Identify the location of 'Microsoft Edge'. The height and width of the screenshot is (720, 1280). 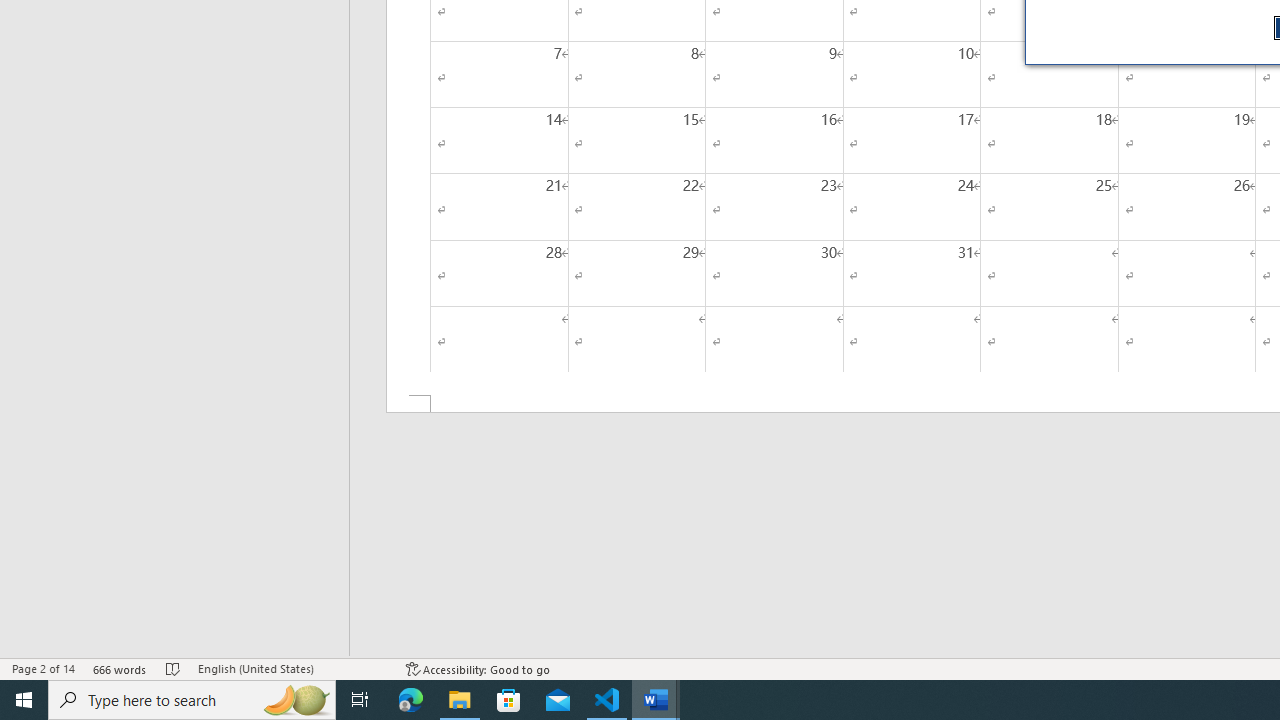
(410, 698).